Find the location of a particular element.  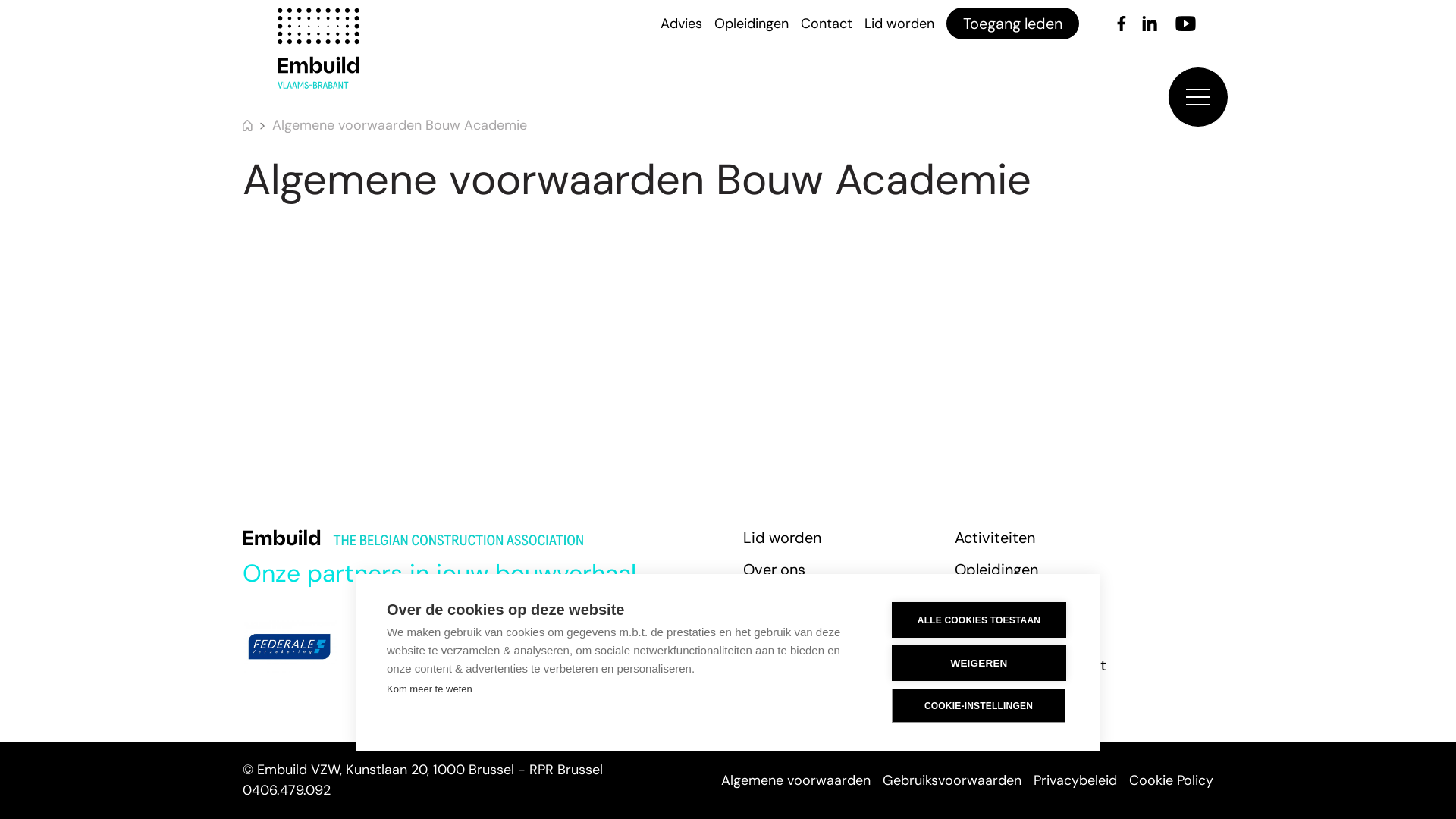

'COOKIE-INSTELLINGEN' is located at coordinates (978, 705).